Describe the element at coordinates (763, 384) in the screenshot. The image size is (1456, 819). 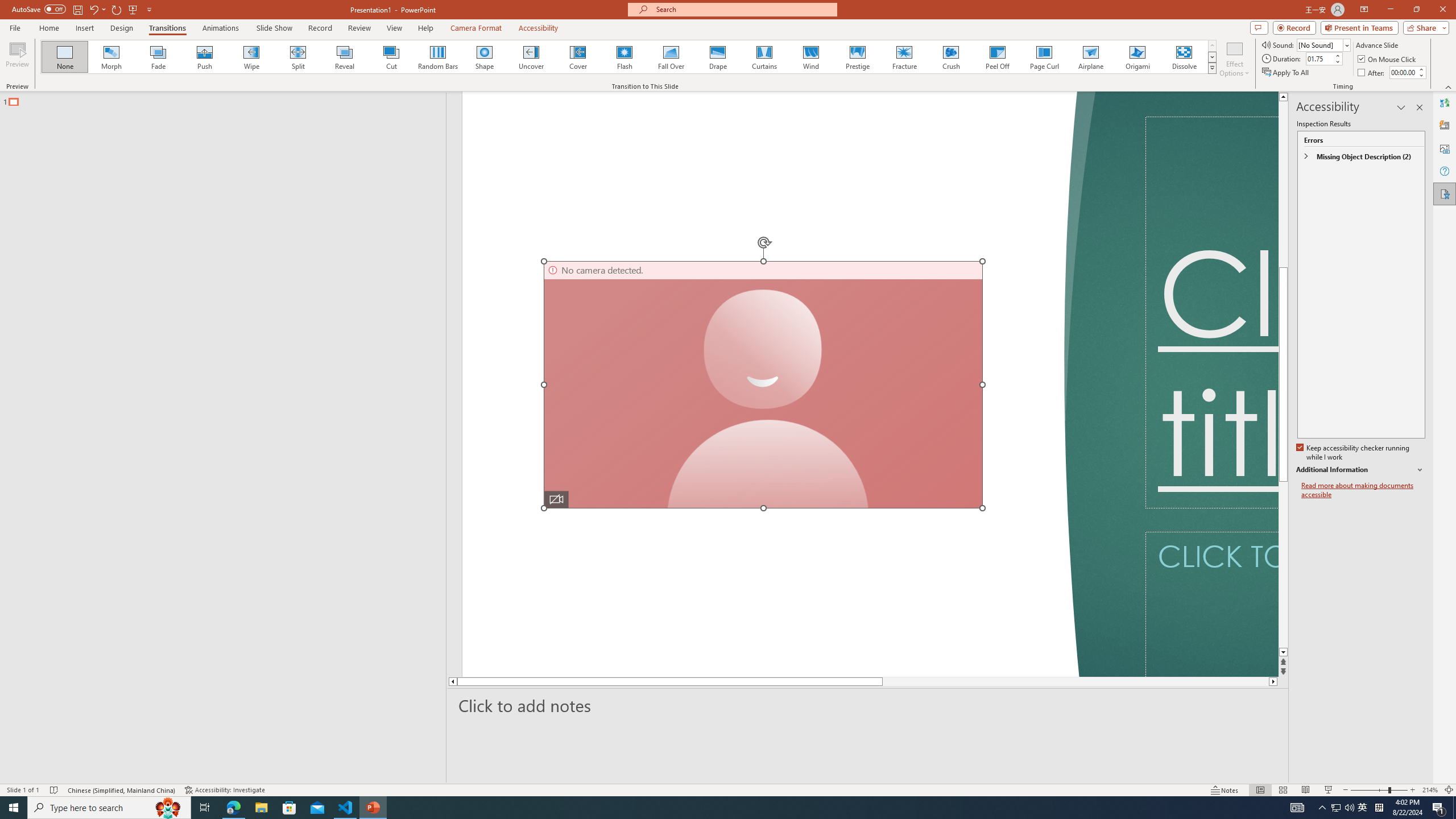
I see `'Camera 7, No camera detected.'` at that location.